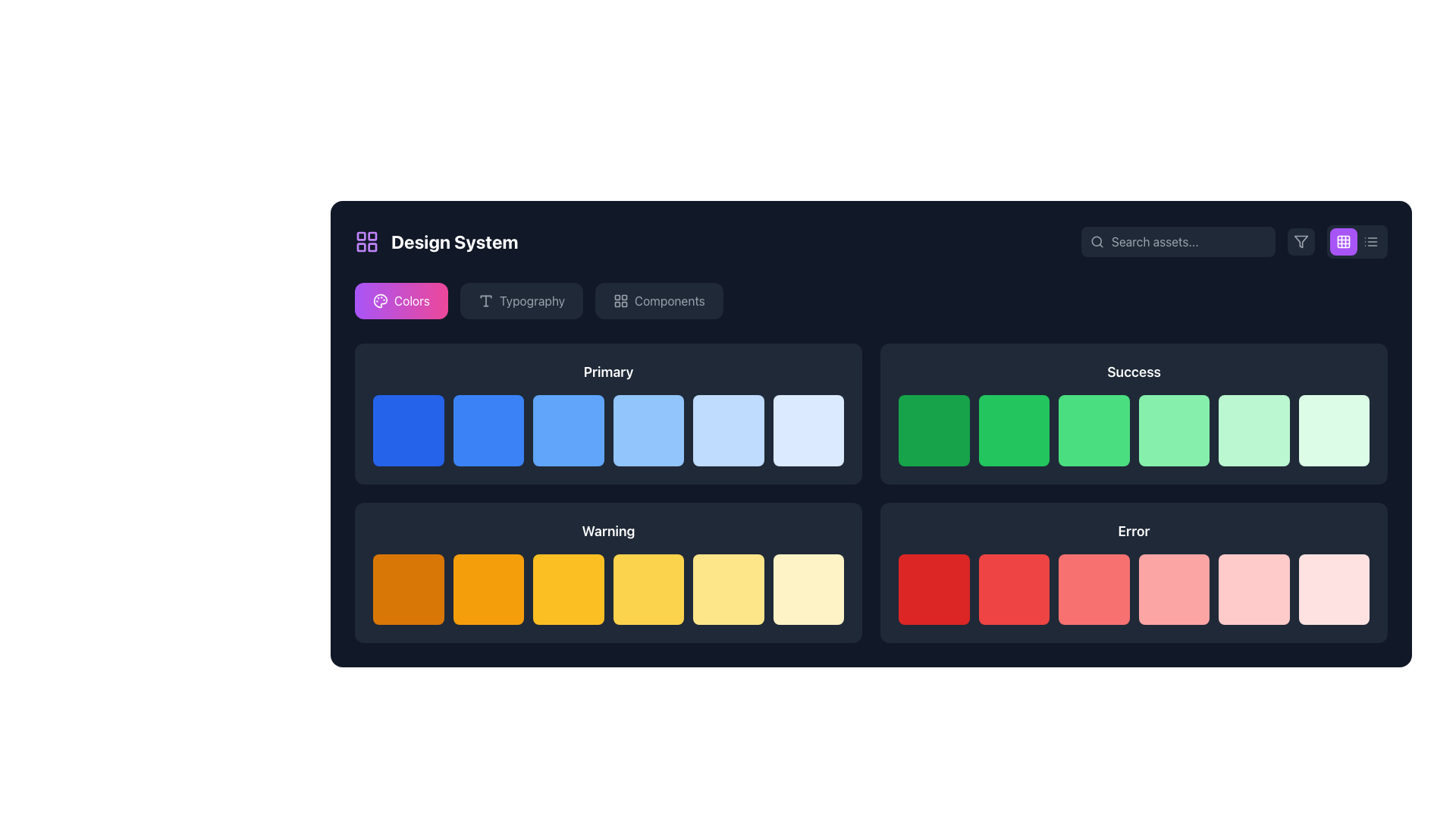  What do you see at coordinates (608, 413) in the screenshot?
I see `the interactive color swatch with a light blue background in the 'Primary' color palette` at bounding box center [608, 413].